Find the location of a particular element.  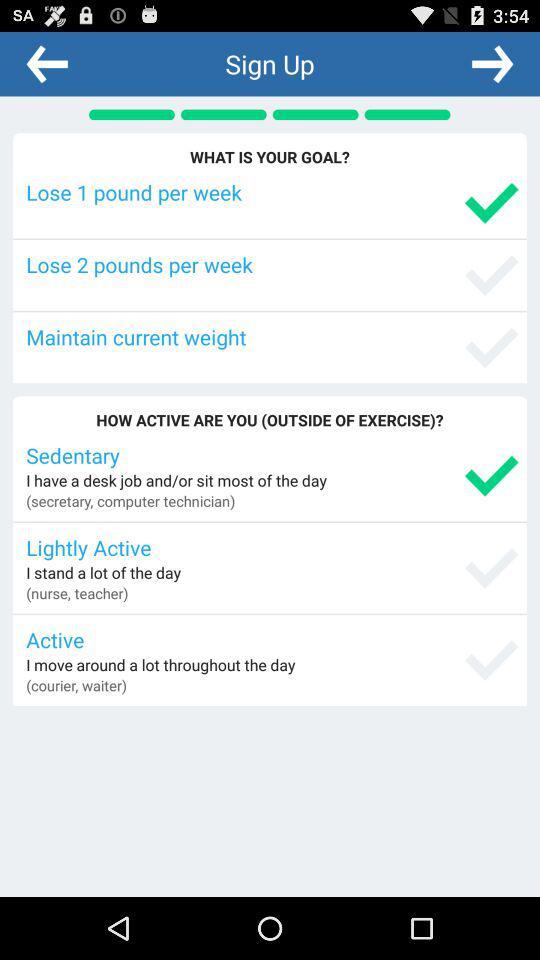

the app above i have a icon is located at coordinates (271, 455).